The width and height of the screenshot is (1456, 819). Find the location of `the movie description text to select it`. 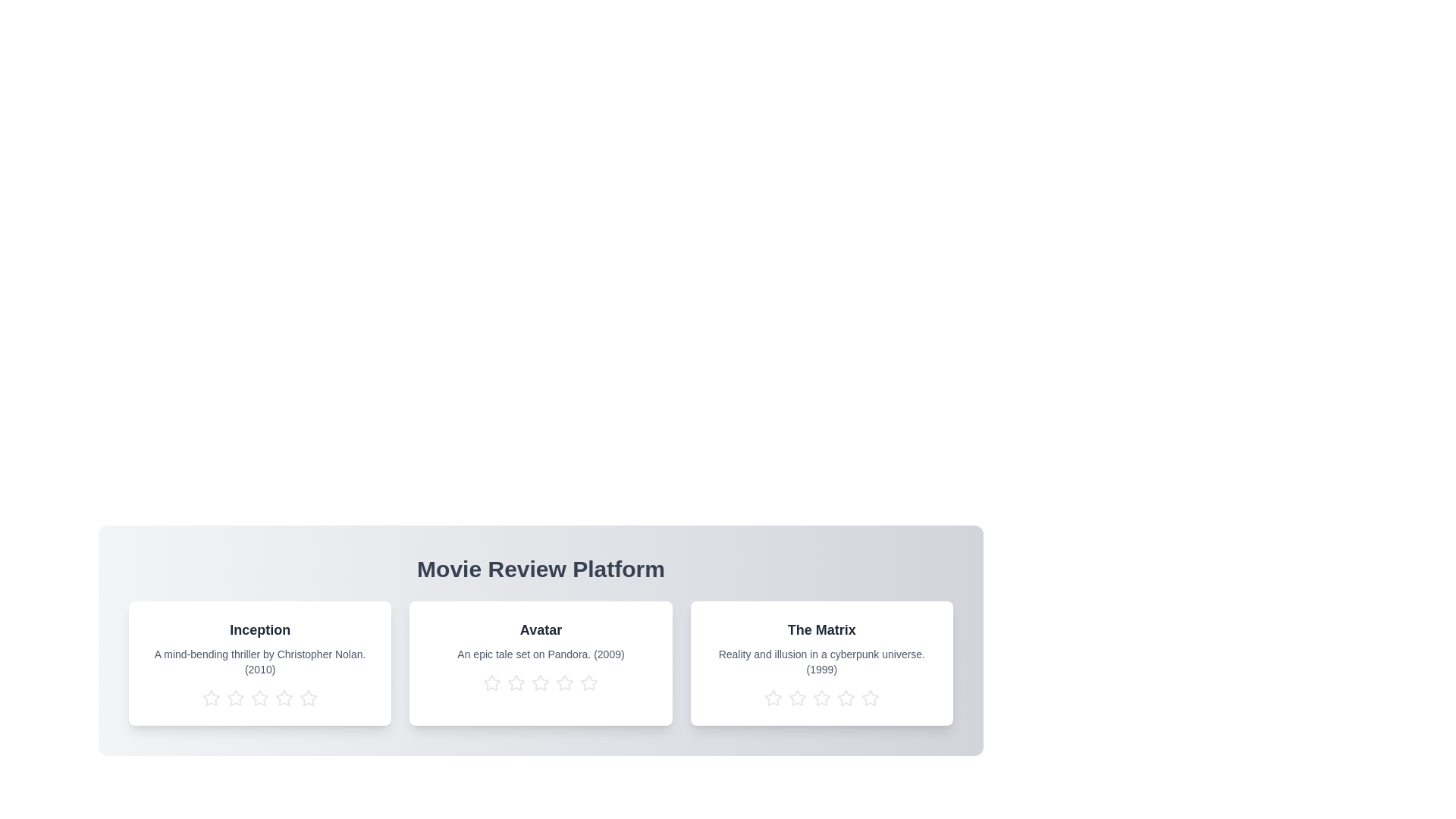

the movie description text to select it is located at coordinates (260, 661).